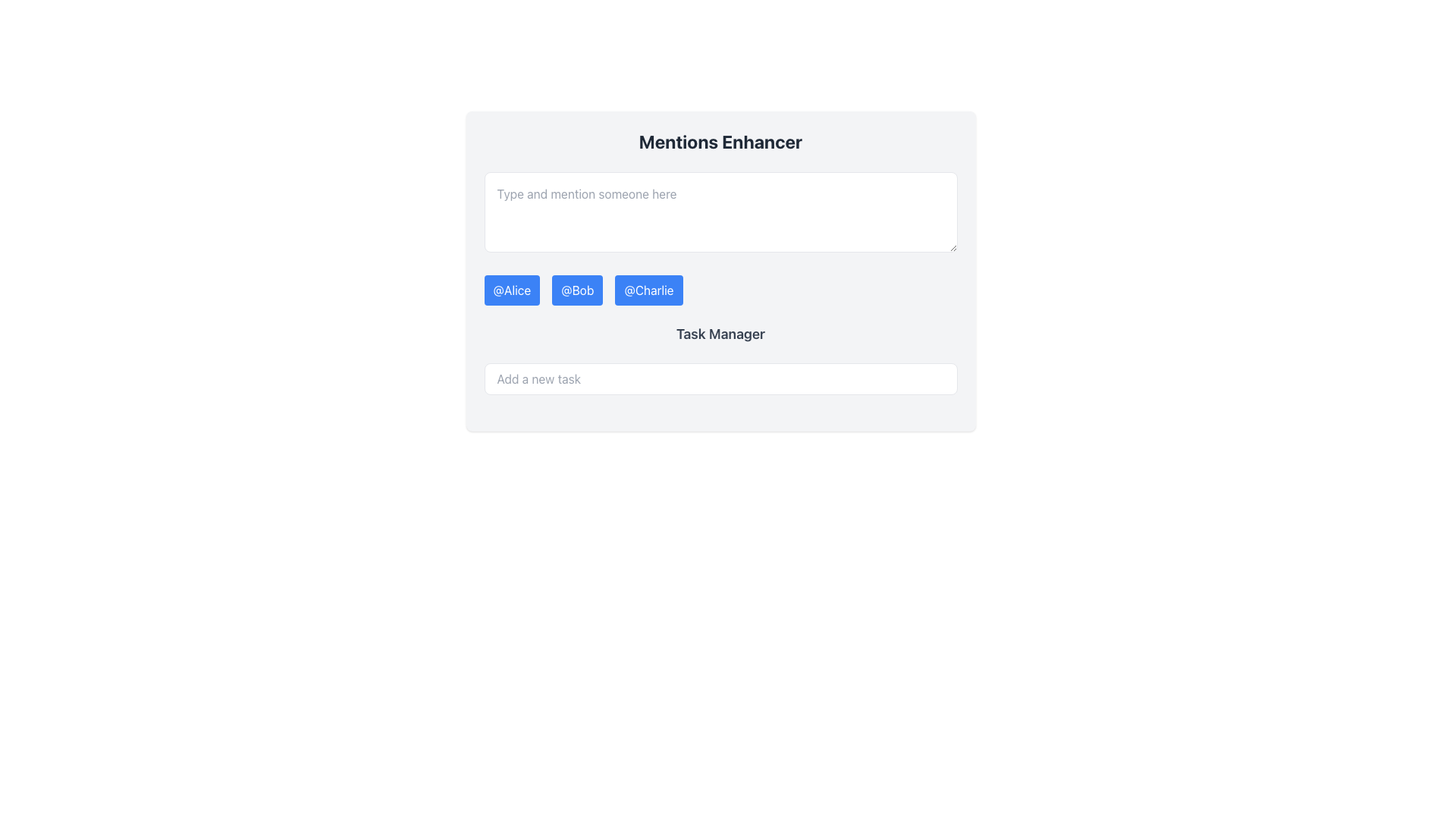 The height and width of the screenshot is (819, 1456). I want to click on a selection within the text area input field located in the 'Mentions Enhancer' card, positioned below the title and above the buttons '@Alice', '@Bob', and '@Charlie', so click(720, 212).